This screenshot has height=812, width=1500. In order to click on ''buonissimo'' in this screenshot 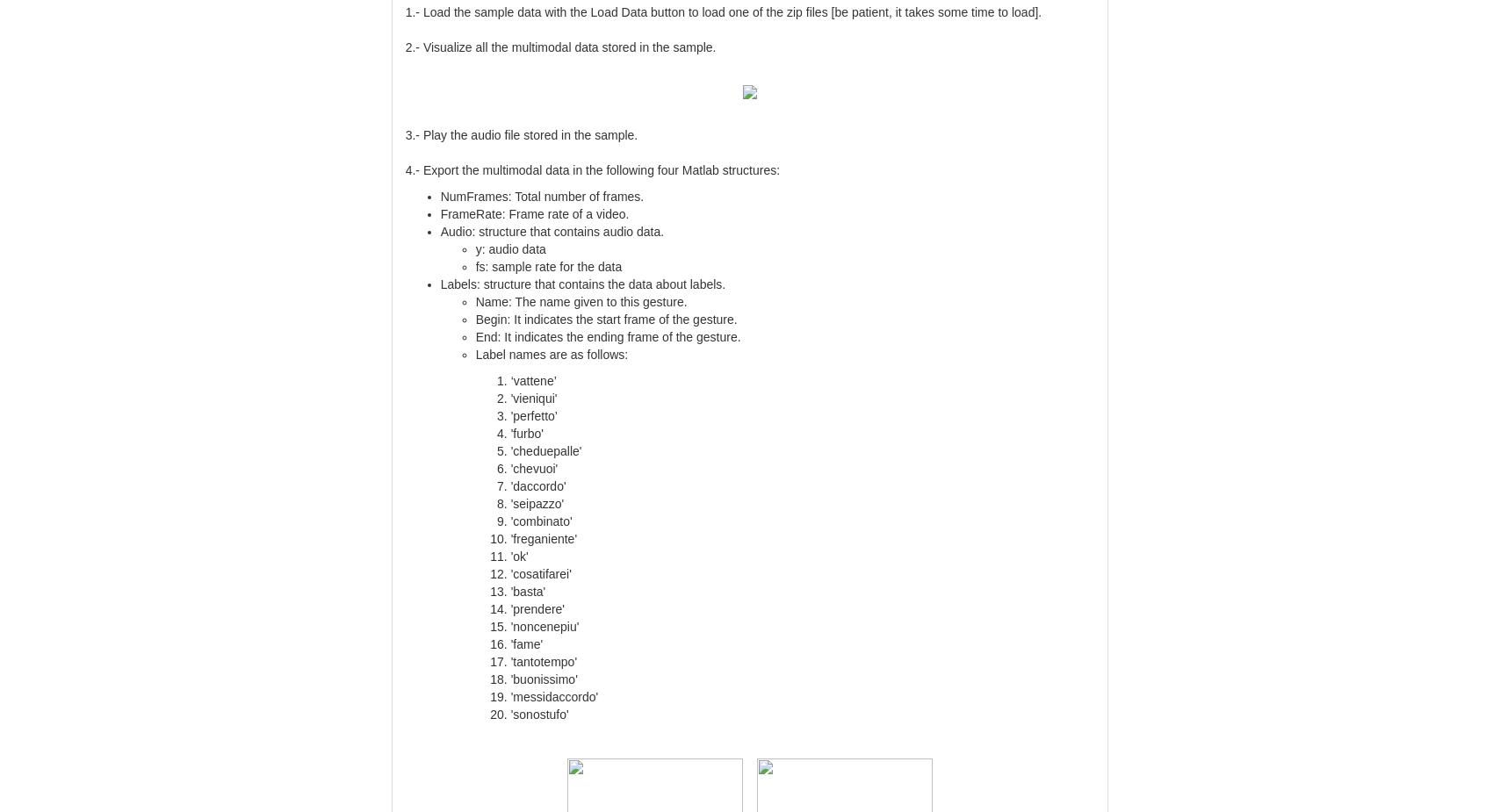, I will do `click(510, 679)`.